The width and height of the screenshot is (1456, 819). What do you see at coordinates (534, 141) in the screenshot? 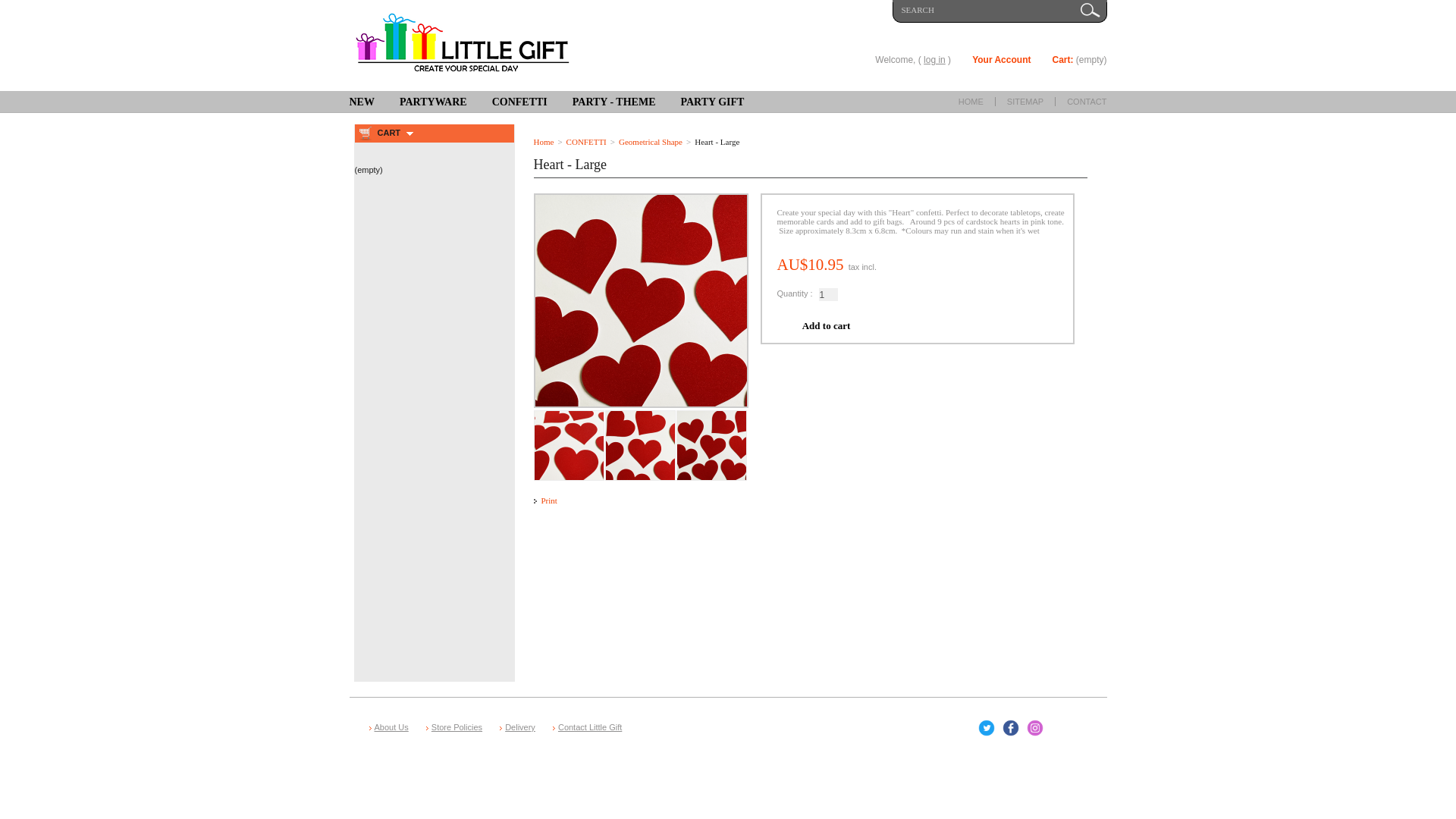
I see `'Home'` at bounding box center [534, 141].